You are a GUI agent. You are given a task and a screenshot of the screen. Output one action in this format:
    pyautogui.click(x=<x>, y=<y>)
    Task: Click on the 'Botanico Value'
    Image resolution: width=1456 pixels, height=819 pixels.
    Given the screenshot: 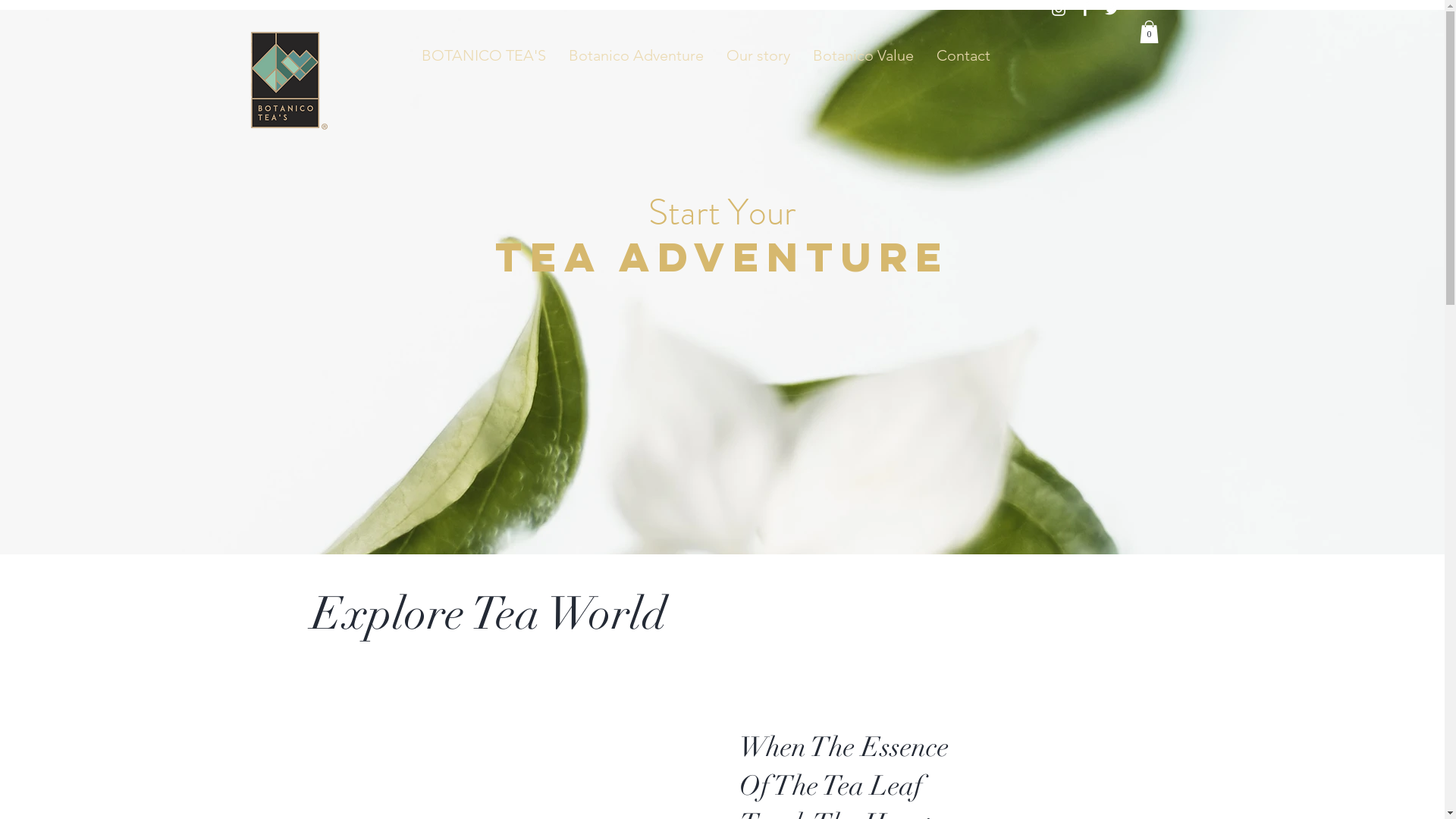 What is the action you would take?
    pyautogui.click(x=863, y=55)
    